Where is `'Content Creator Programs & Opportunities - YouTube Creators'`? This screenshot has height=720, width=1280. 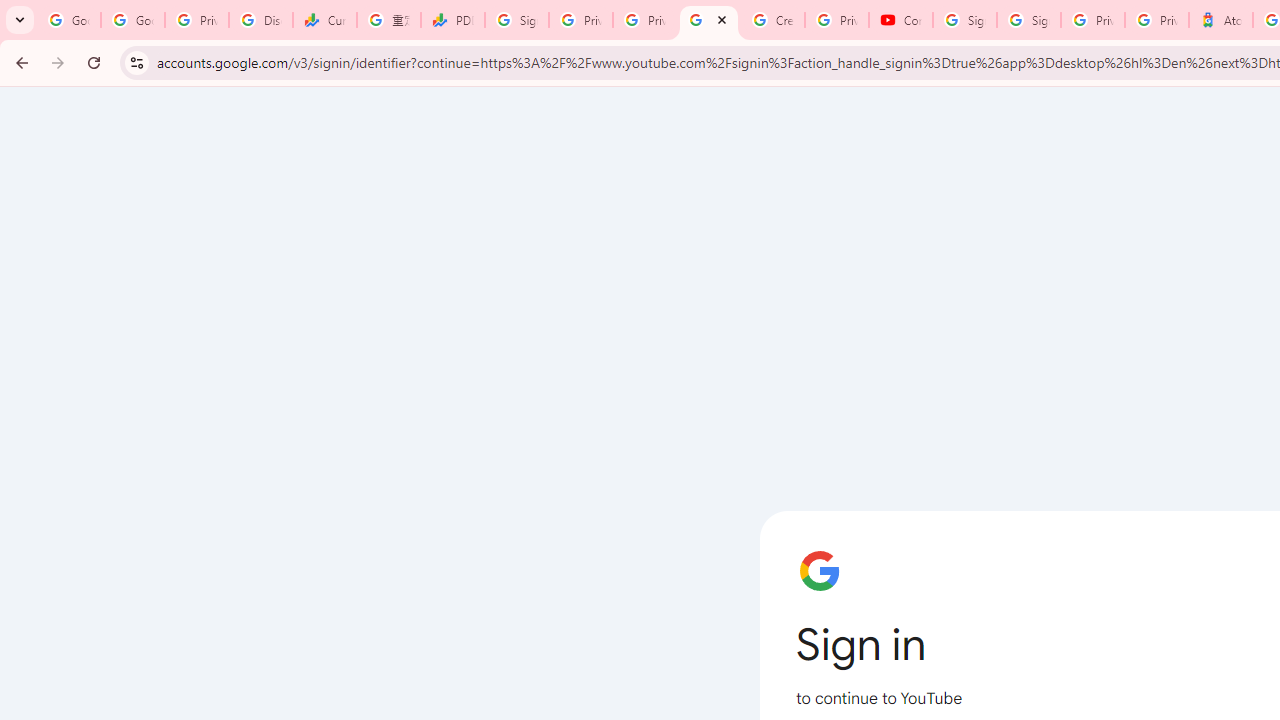
'Content Creator Programs & Opportunities - YouTube Creators' is located at coordinates (900, 20).